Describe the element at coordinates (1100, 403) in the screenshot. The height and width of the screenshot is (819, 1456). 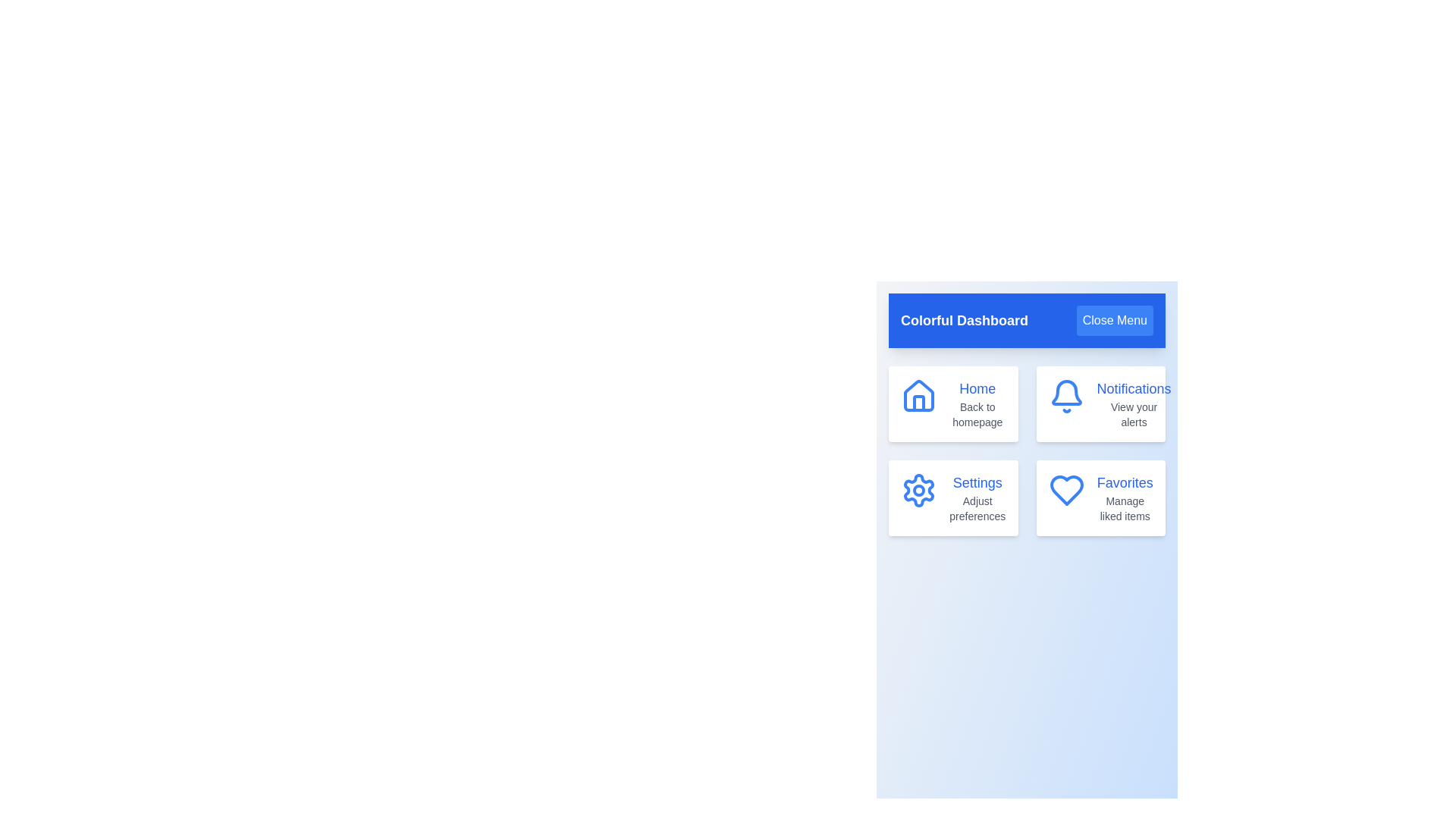
I see `the menu item corresponding to Notifications` at that location.